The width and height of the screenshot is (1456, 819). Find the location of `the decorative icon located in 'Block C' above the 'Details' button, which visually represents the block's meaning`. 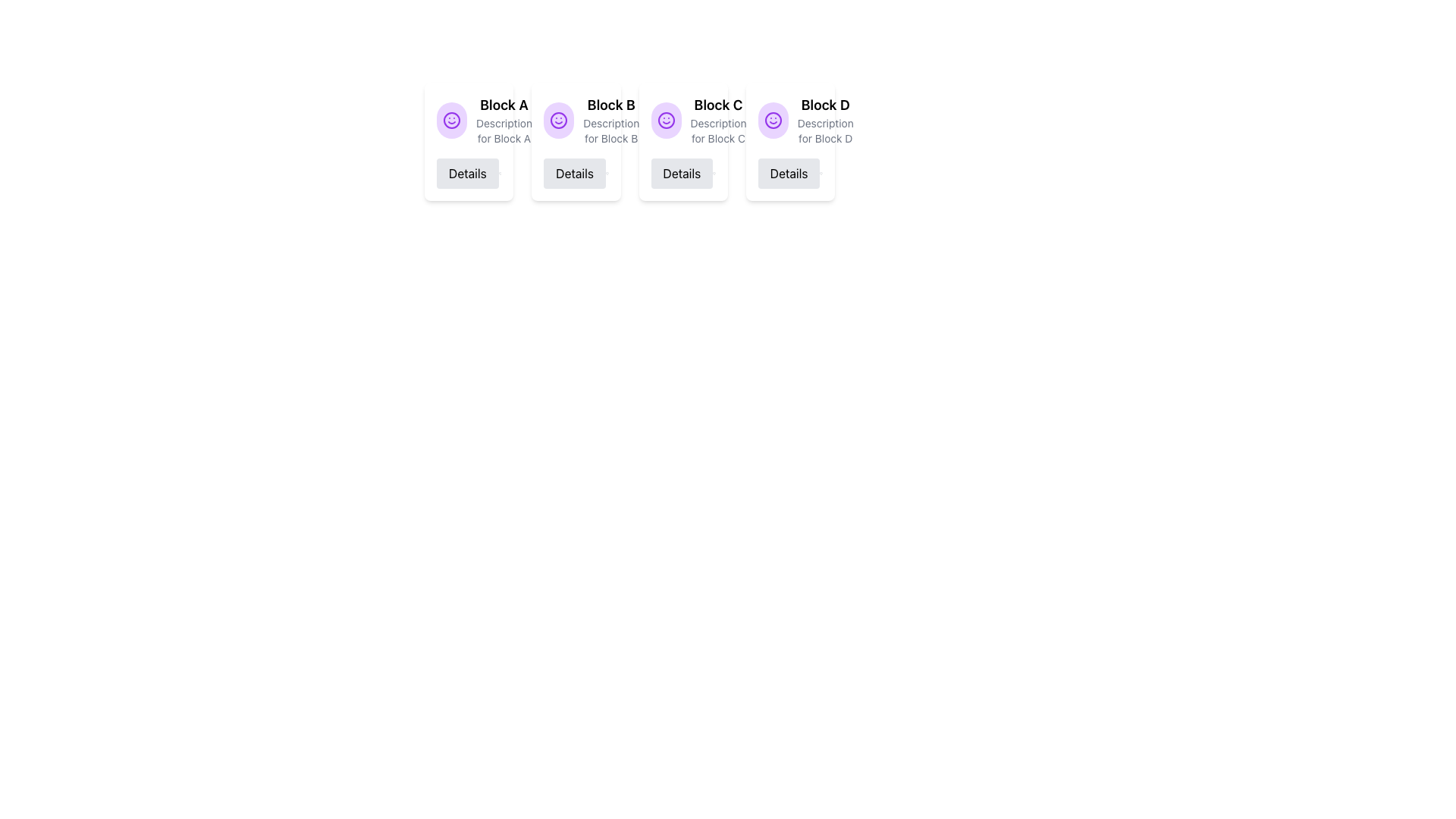

the decorative icon located in 'Block C' above the 'Details' button, which visually represents the block's meaning is located at coordinates (666, 119).